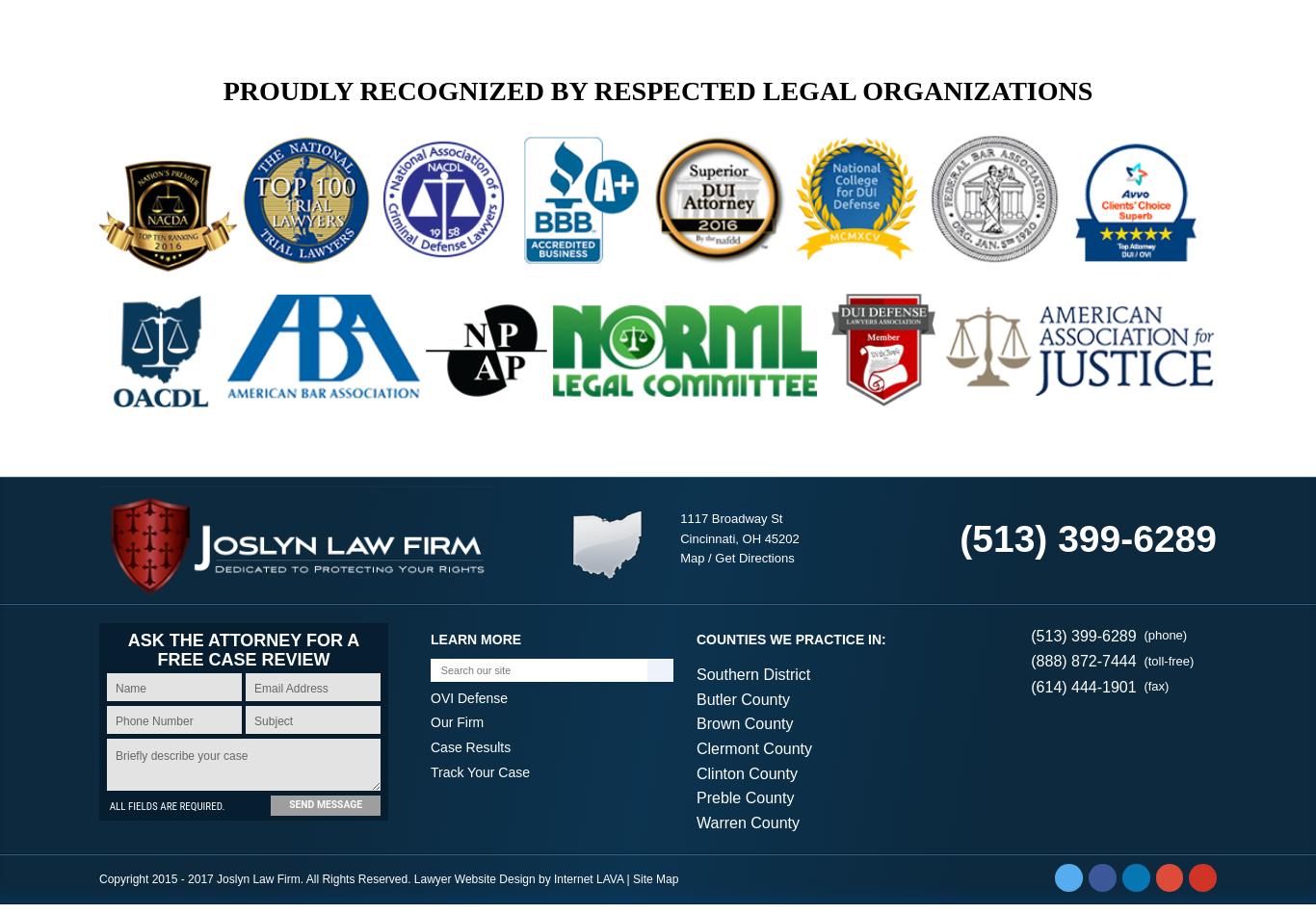 Image resolution: width=1316 pixels, height=914 pixels. Describe the element at coordinates (654, 887) in the screenshot. I see `'Site Map'` at that location.